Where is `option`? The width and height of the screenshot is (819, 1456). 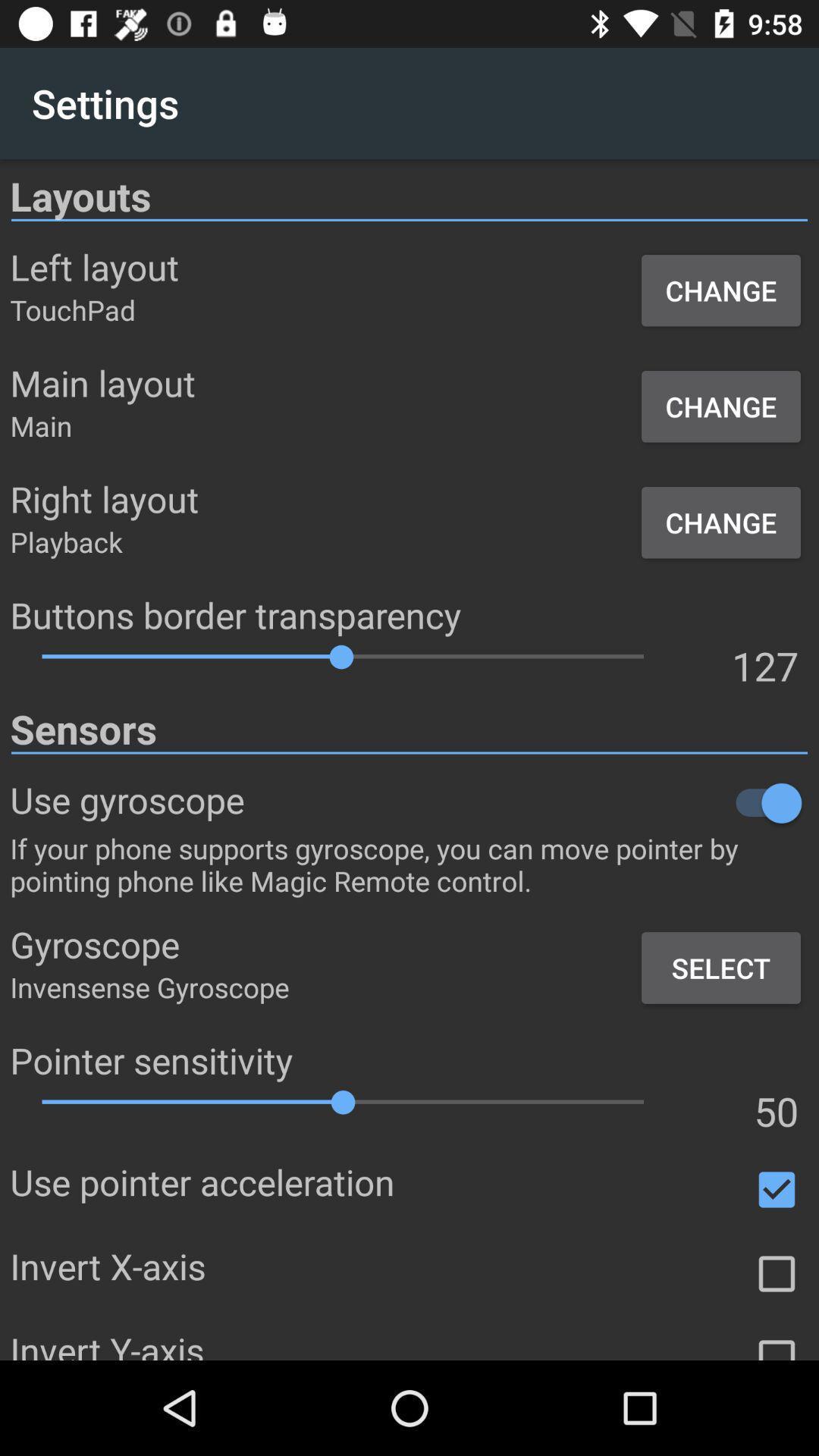
option is located at coordinates (777, 1343).